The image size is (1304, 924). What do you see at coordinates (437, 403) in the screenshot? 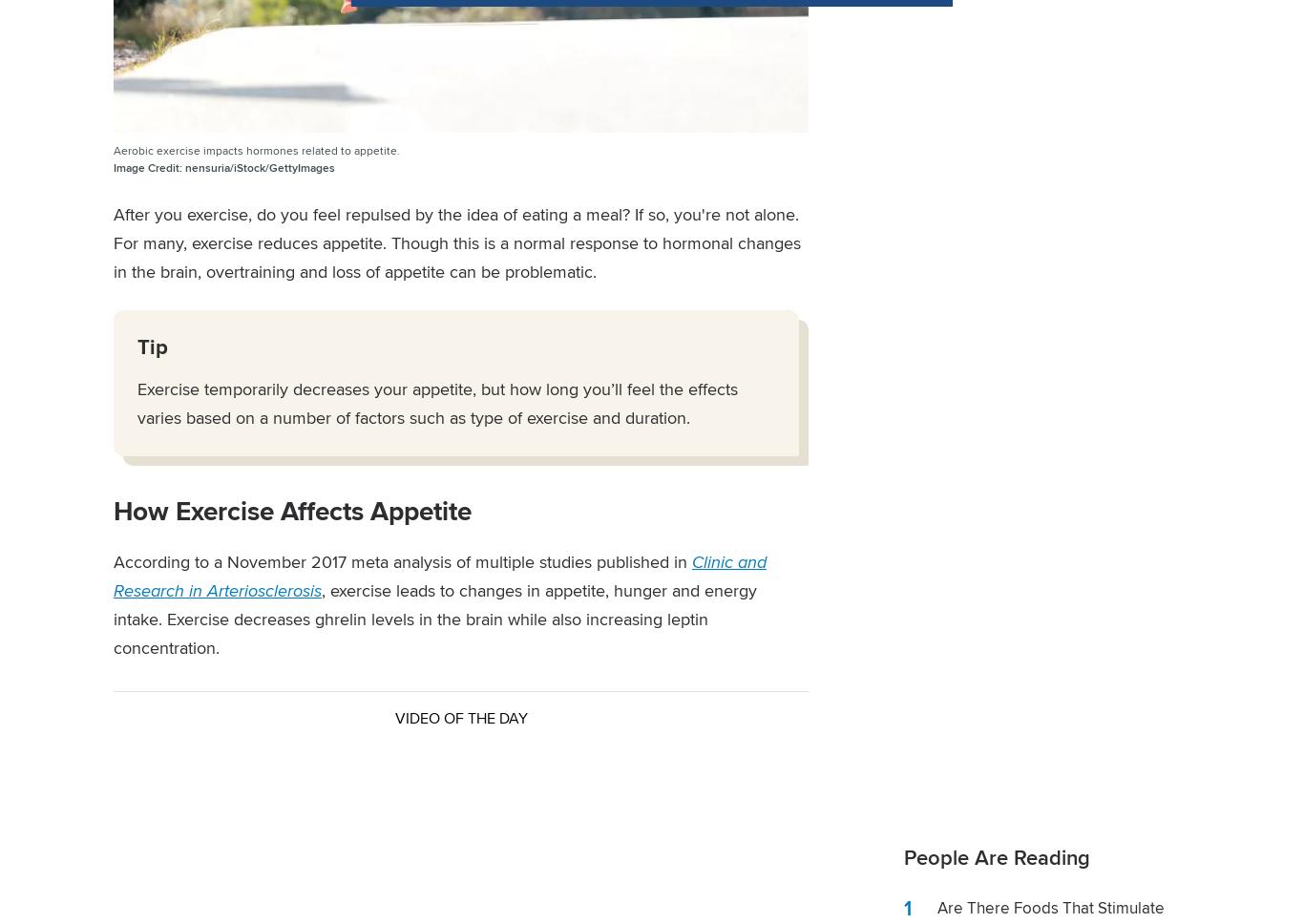
I see `'Exercise temporarily decreases your appetite, but how long you’ll feel the effects varies based on a number of factors such as type of exercise and duration.'` at bounding box center [437, 403].